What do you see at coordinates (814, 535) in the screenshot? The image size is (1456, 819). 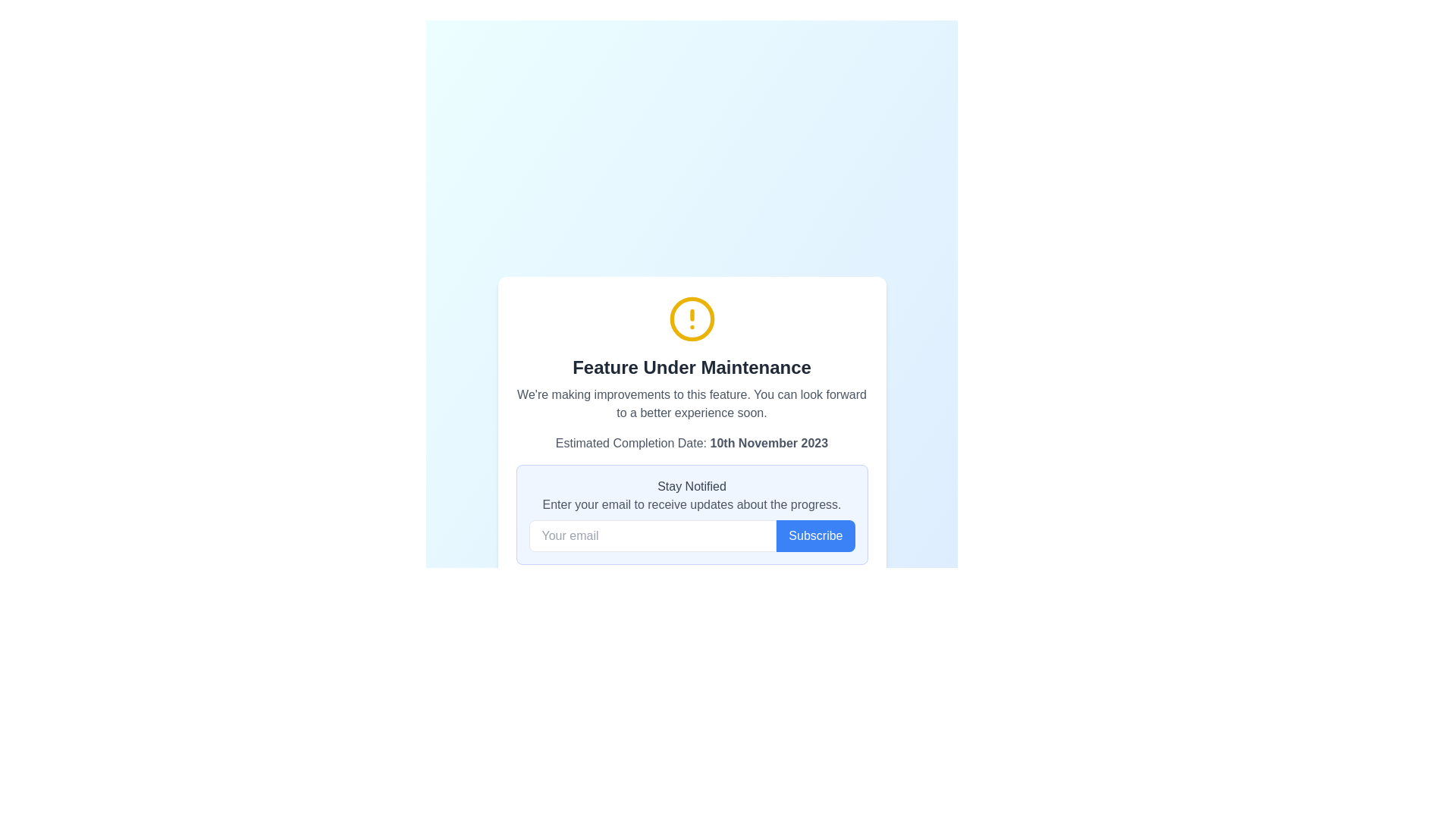 I see `the 'Subscribe' button, which is a rectangular button with a blue background and white text, located in the bottom-right section of the modal dialog` at bounding box center [814, 535].